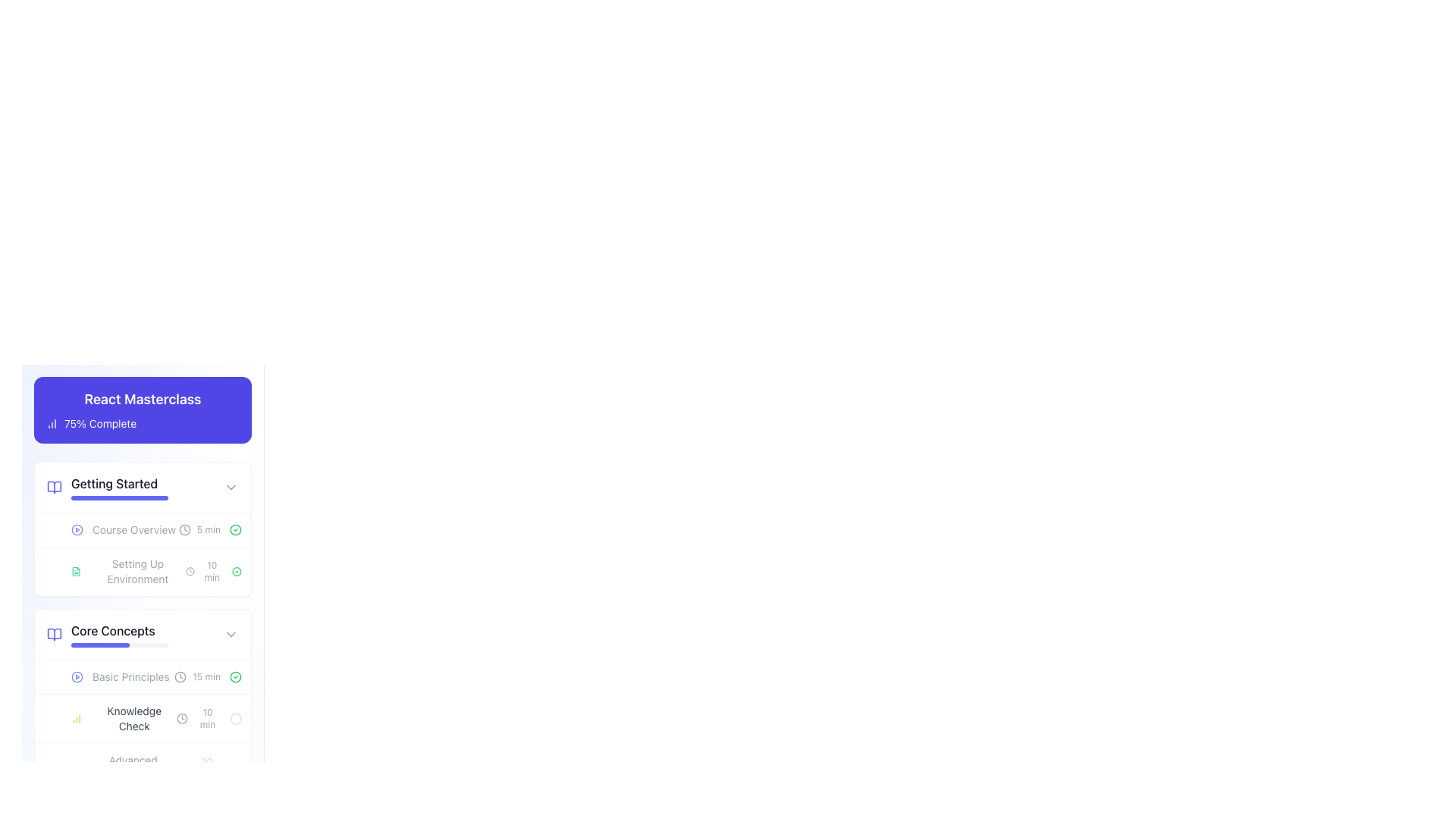 The image size is (1456, 819). I want to click on the visual state of the lock icon located in the bottom right corner of the 'Knowledge Check' section, below the '10 min' time label, so click(235, 768).